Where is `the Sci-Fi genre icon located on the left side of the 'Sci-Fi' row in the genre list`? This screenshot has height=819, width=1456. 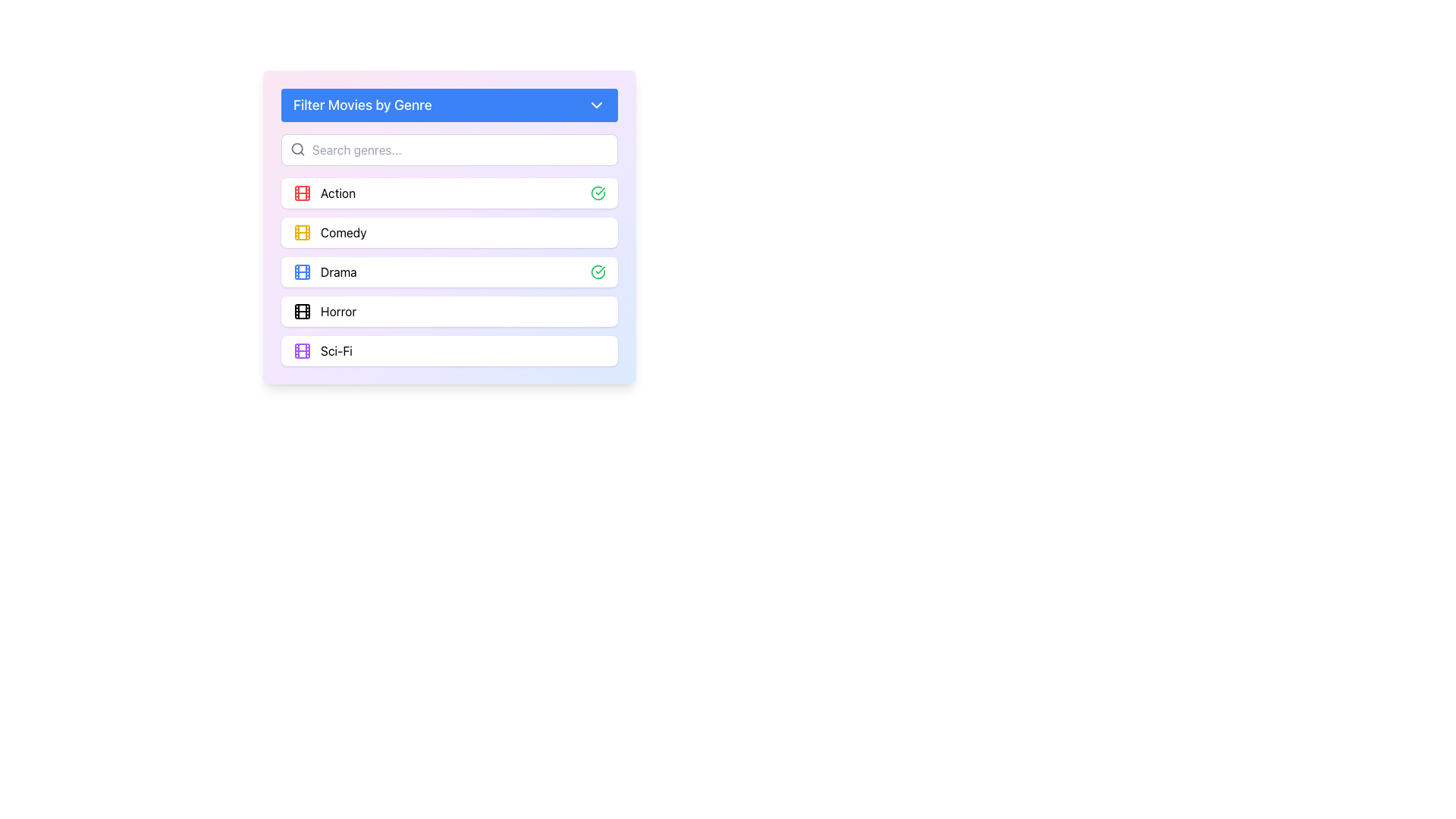
the Sci-Fi genre icon located on the left side of the 'Sci-Fi' row in the genre list is located at coordinates (302, 350).